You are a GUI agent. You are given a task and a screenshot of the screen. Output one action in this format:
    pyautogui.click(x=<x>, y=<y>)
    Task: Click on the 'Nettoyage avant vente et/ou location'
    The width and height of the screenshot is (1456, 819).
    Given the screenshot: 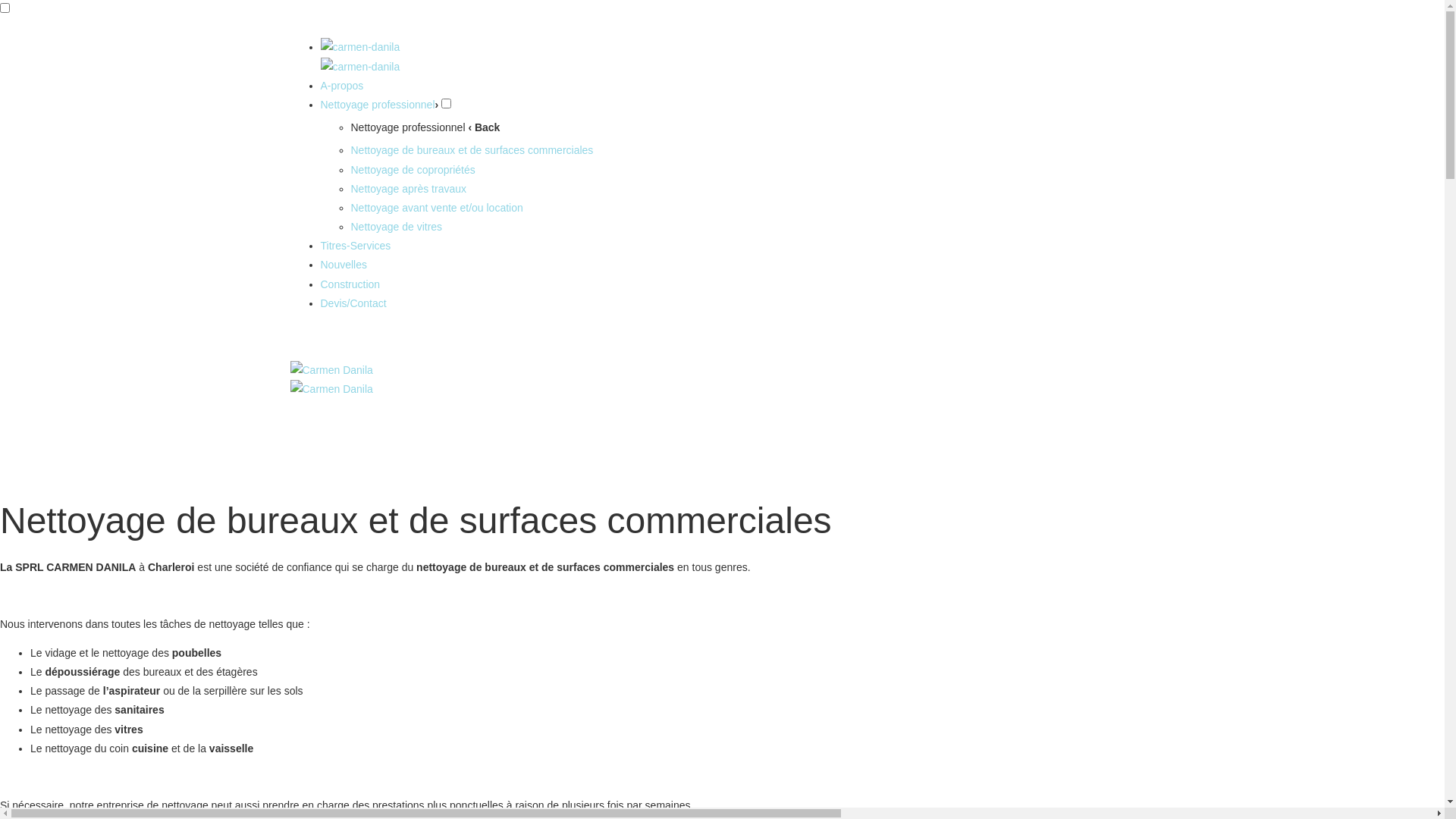 What is the action you would take?
    pyautogui.click(x=349, y=207)
    